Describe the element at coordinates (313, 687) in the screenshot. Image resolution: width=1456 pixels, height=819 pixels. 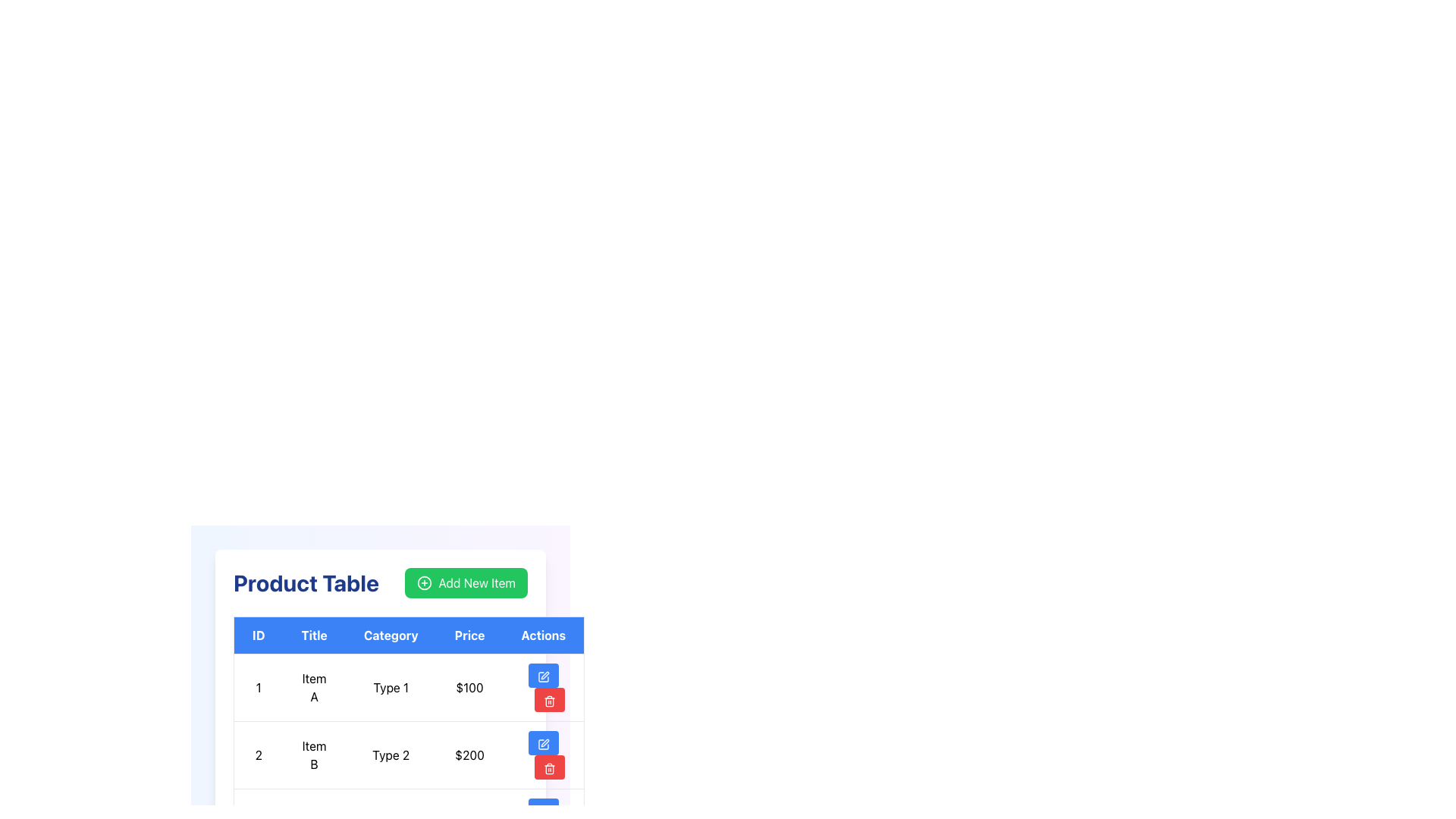
I see `on the table cell displaying the title 'Item A' in the second column of the first row of the product listing` at that location.